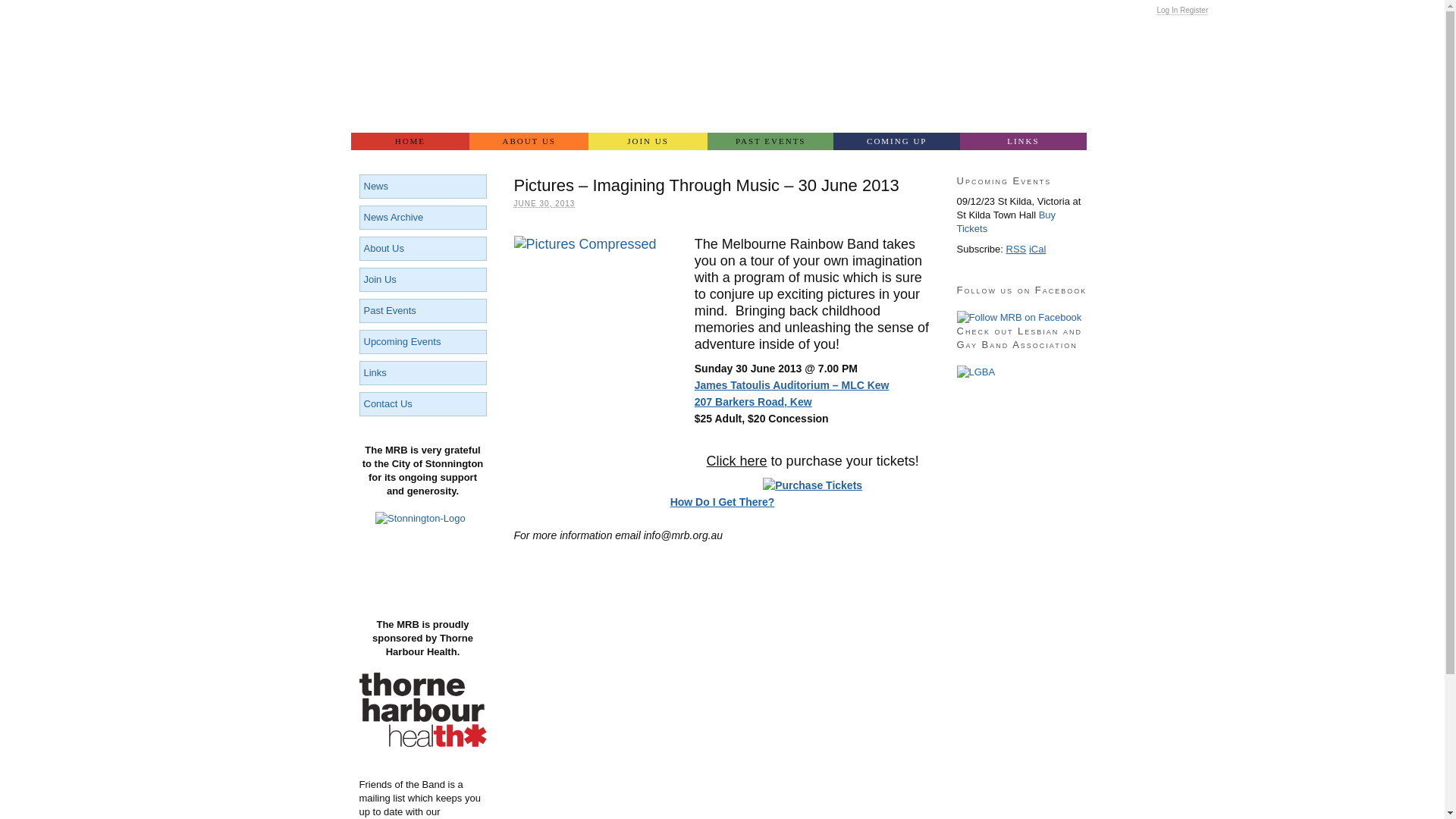  Describe the element at coordinates (722, 502) in the screenshot. I see `'How Do I Get There?'` at that location.